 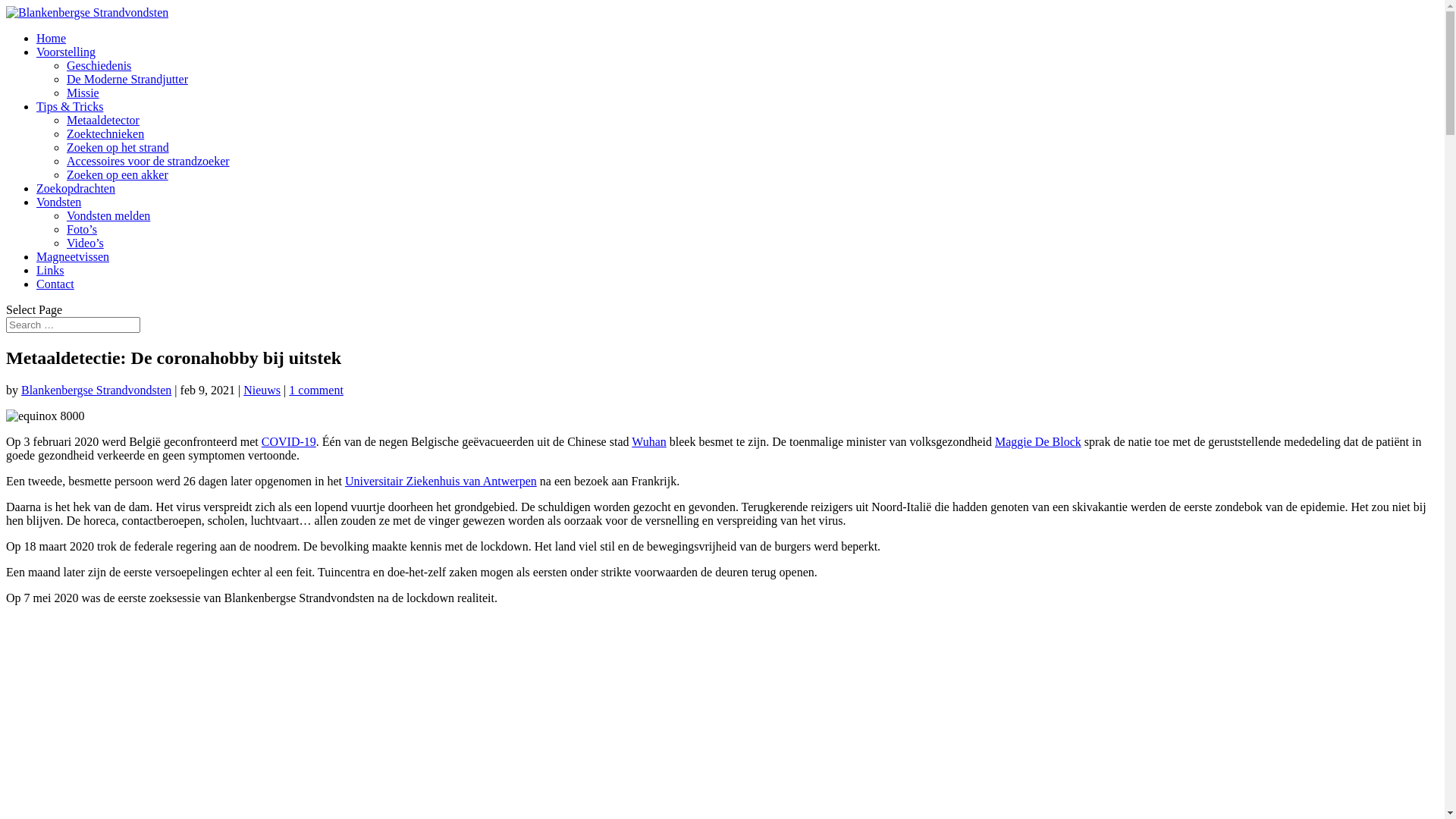 What do you see at coordinates (632, 441) in the screenshot?
I see `'Wuhan'` at bounding box center [632, 441].